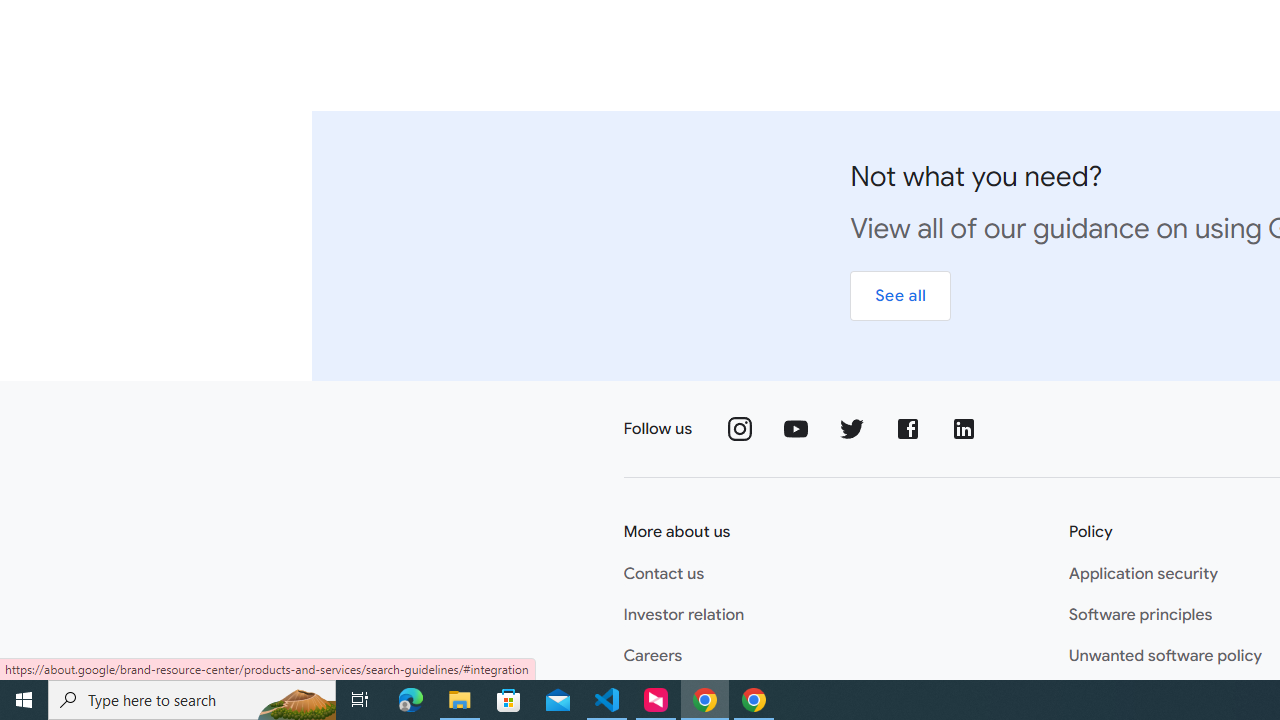  I want to click on 'Investor relation', so click(684, 614).